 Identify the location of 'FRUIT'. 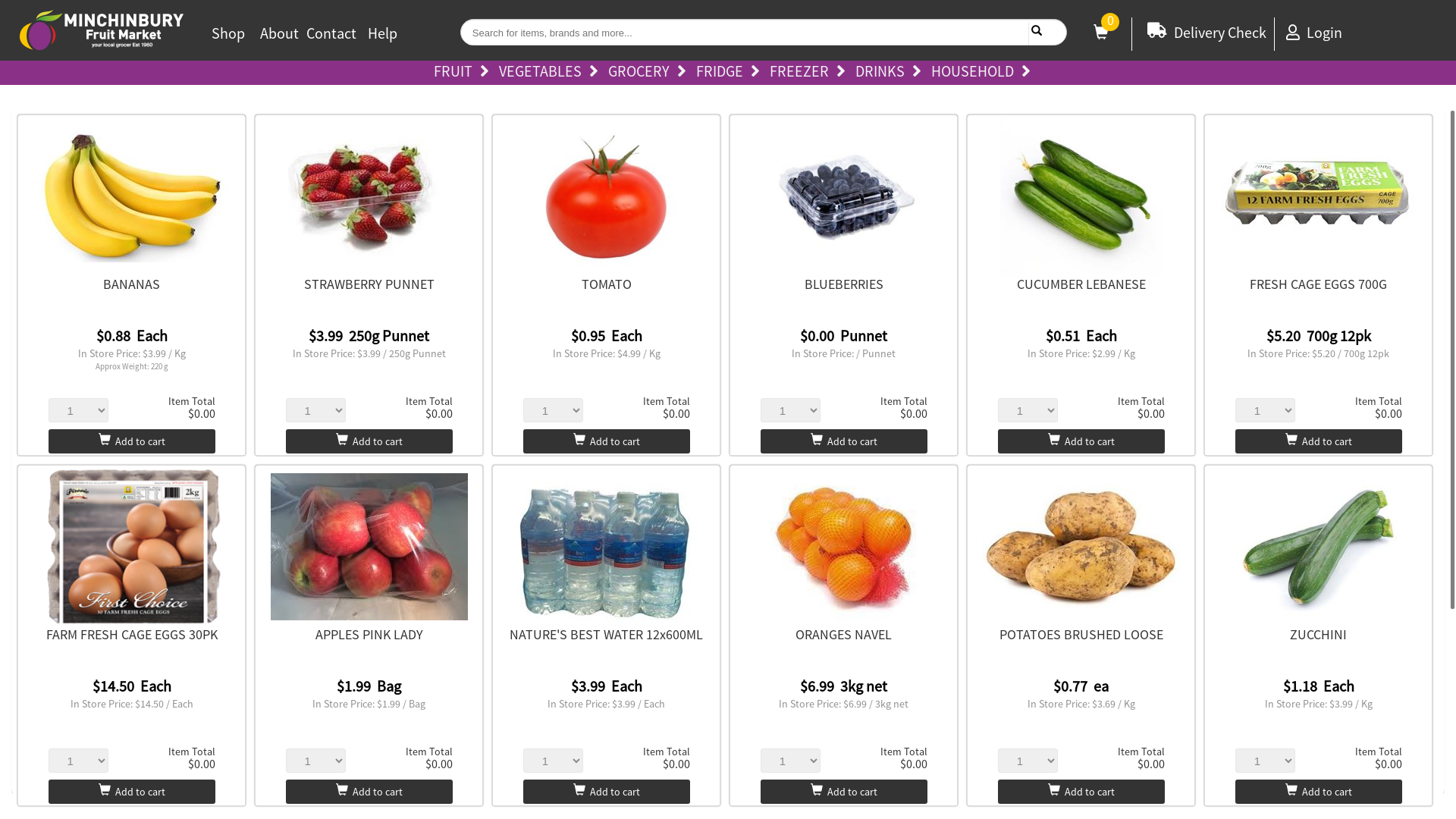
(464, 72).